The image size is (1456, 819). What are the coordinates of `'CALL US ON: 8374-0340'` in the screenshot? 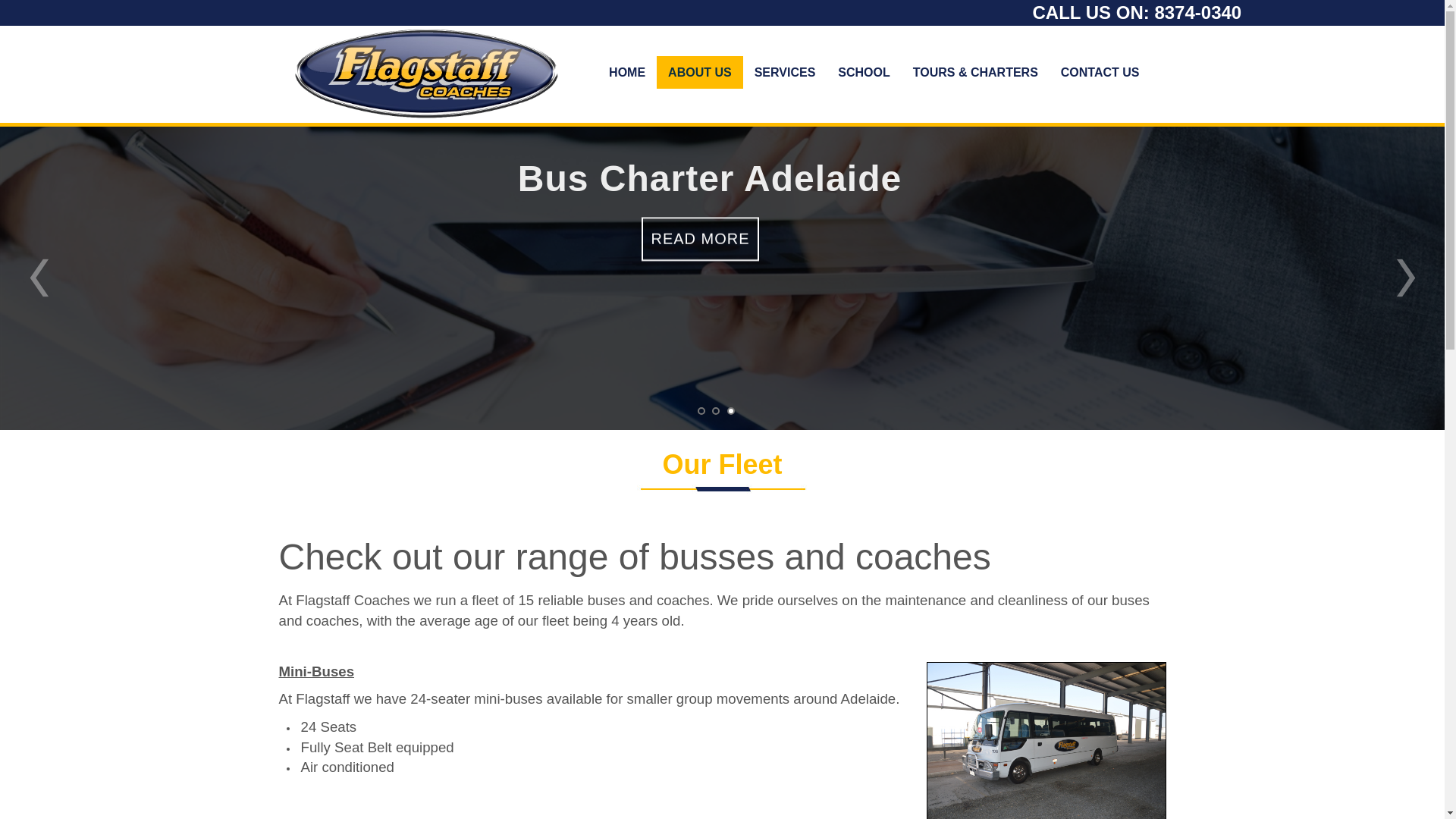 It's located at (1137, 12).